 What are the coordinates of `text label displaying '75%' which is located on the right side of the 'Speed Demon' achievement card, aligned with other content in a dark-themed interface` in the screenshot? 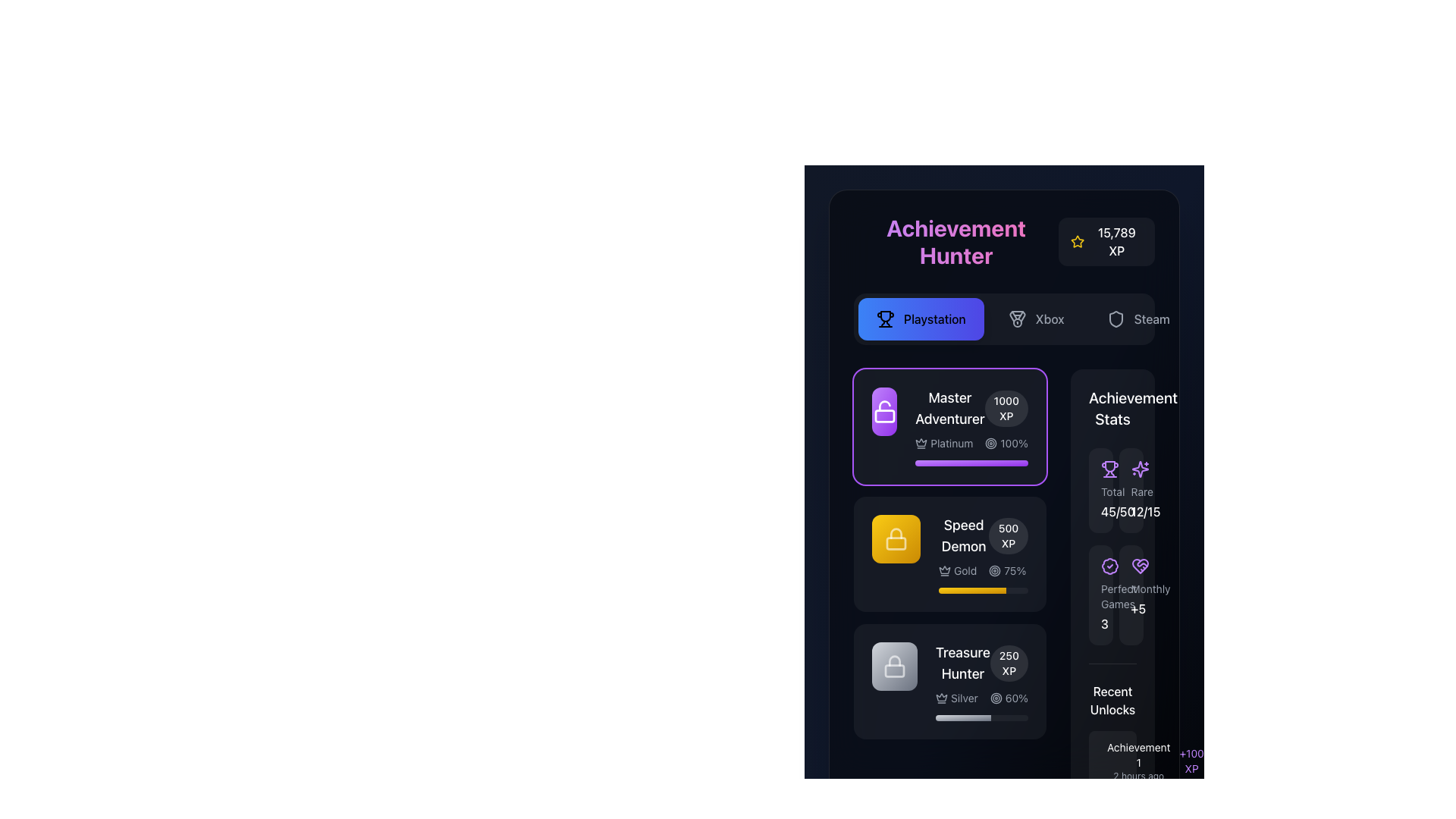 It's located at (1015, 570).